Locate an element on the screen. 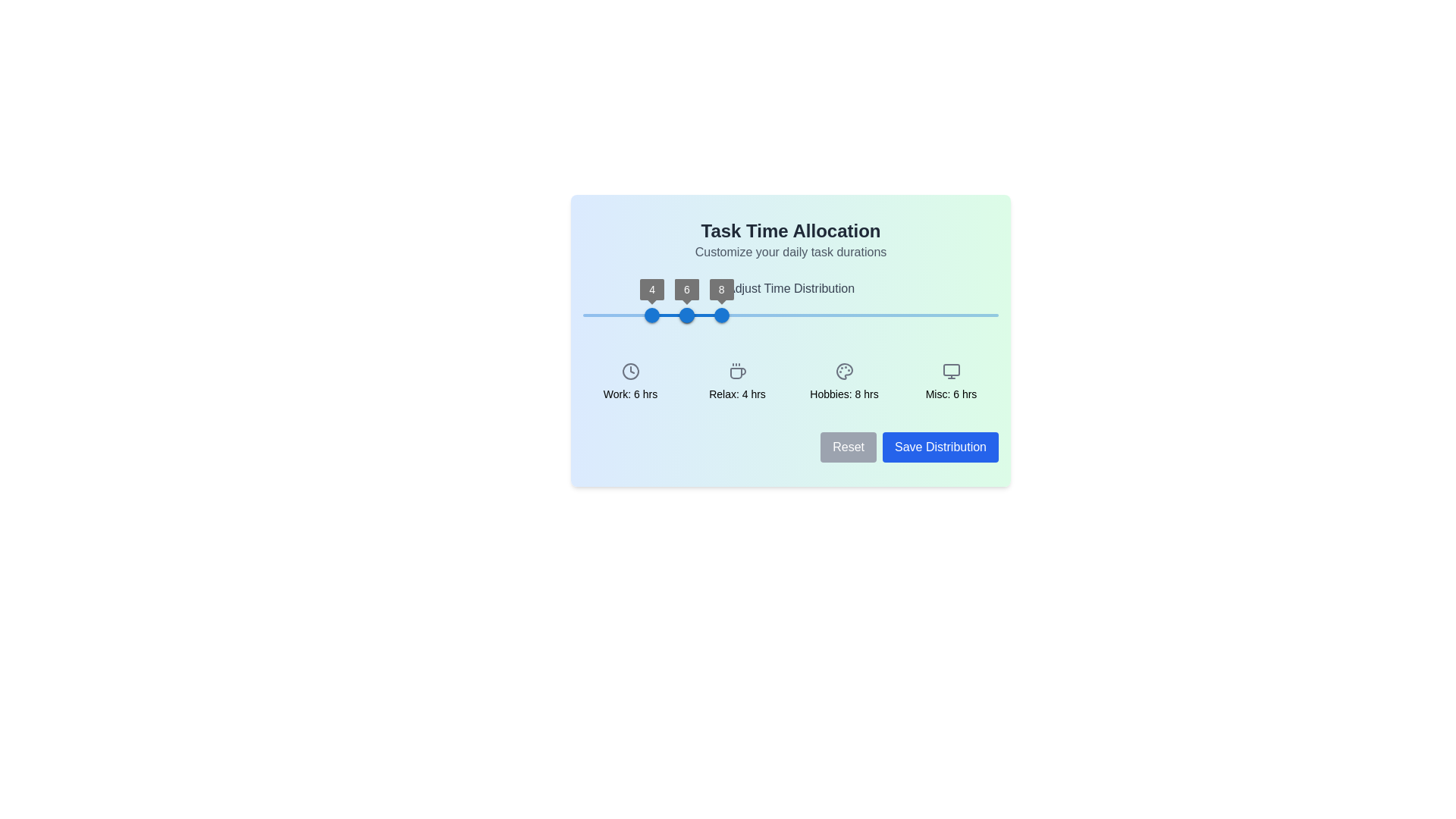 Image resolution: width=1456 pixels, height=819 pixels. the 'Relax' icon in the task distribution panel, which is centered above the text 'Relax: 4 hrs' is located at coordinates (737, 371).